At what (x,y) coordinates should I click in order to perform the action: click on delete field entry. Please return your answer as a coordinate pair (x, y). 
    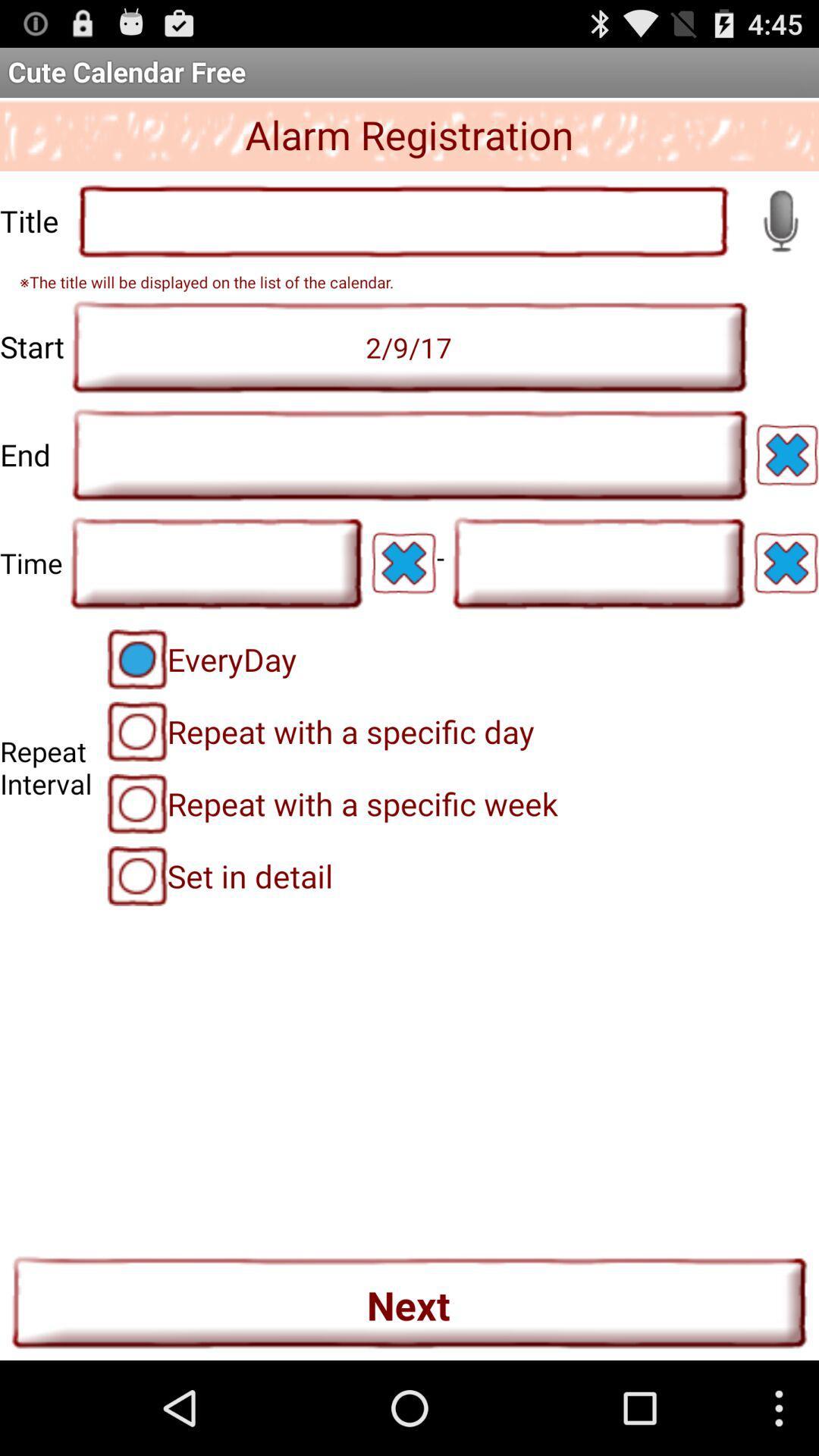
    Looking at the image, I should click on (786, 454).